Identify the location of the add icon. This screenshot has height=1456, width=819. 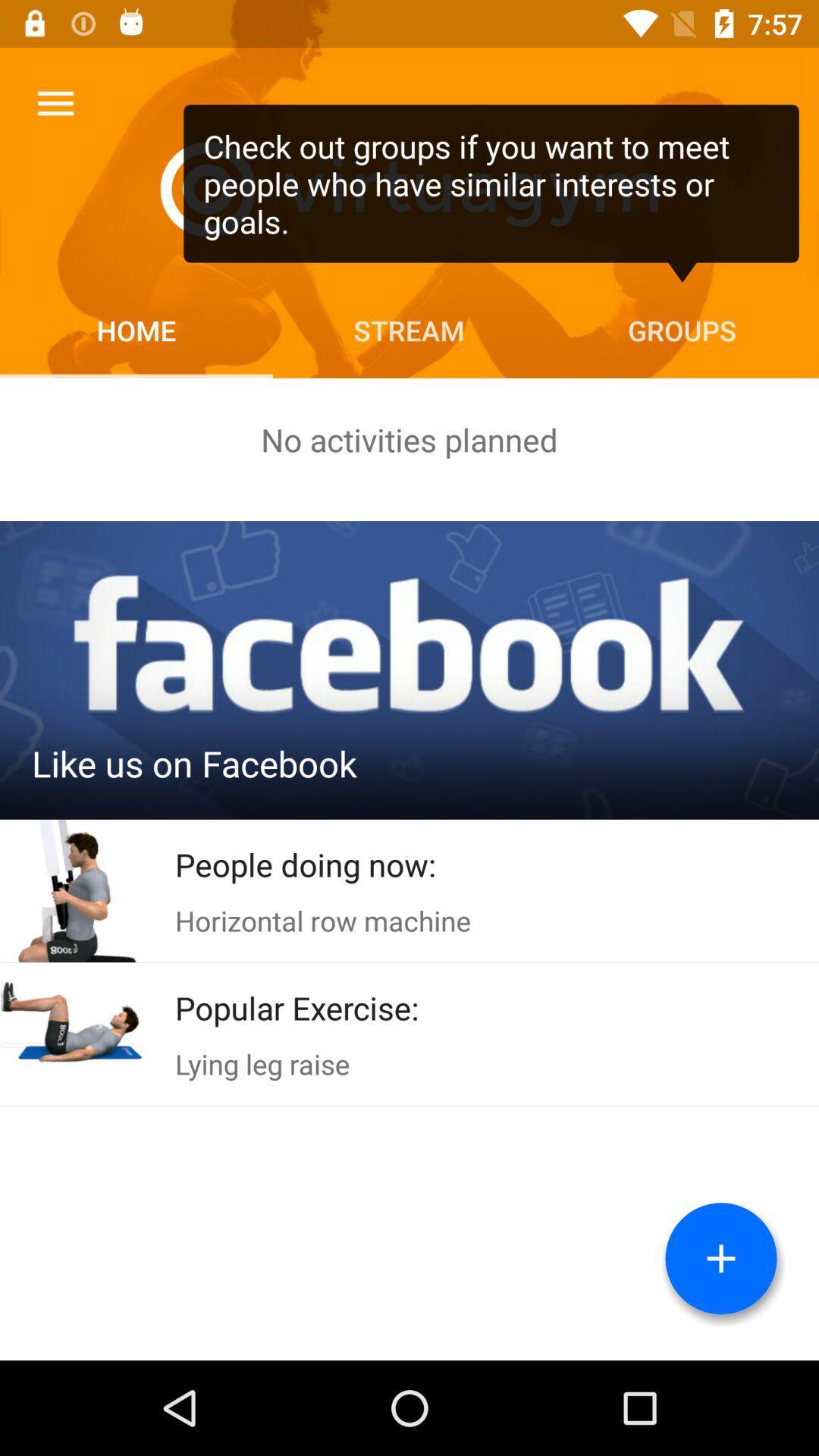
(720, 1258).